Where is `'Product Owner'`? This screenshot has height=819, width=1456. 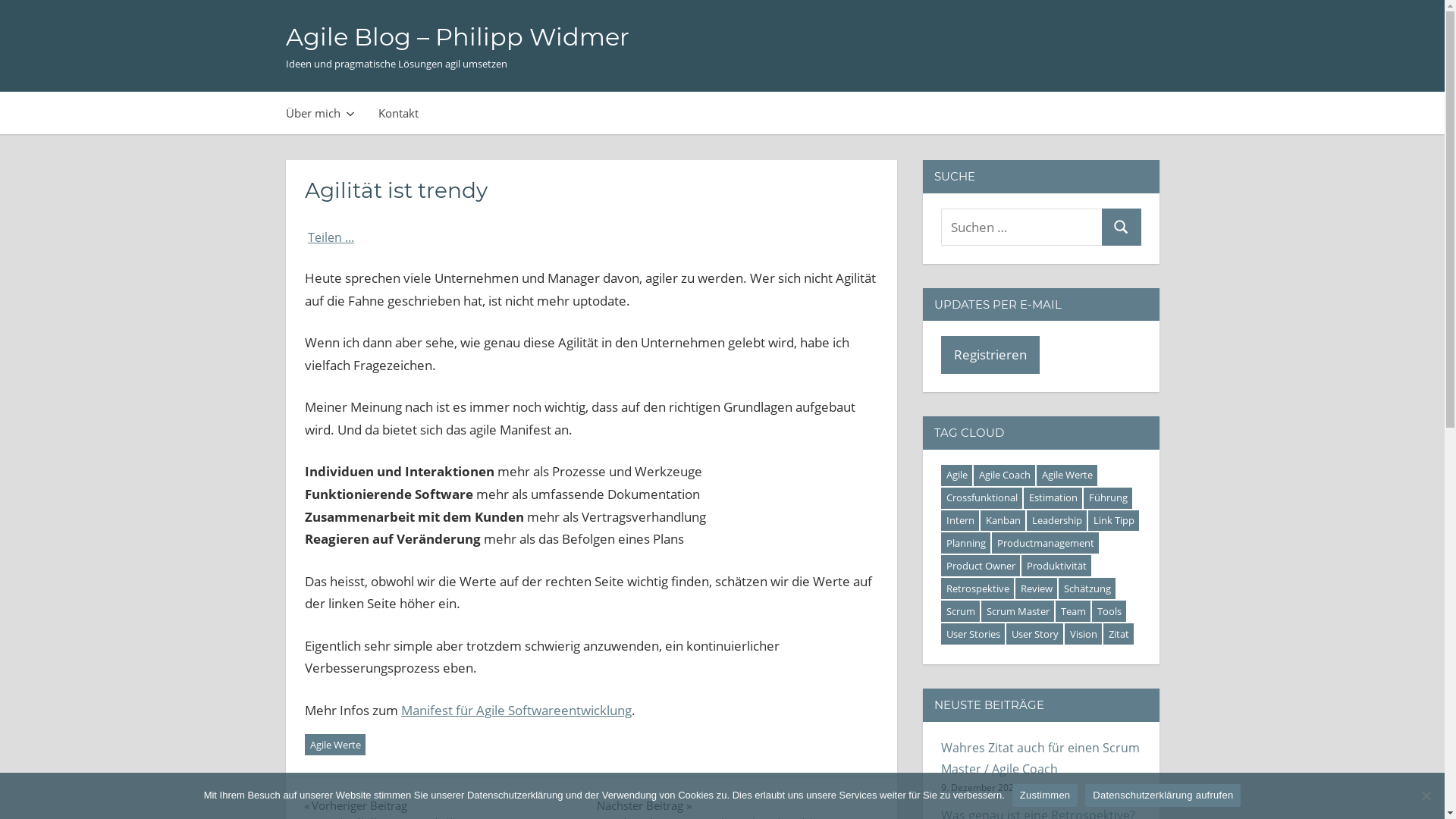
'Product Owner' is located at coordinates (980, 565).